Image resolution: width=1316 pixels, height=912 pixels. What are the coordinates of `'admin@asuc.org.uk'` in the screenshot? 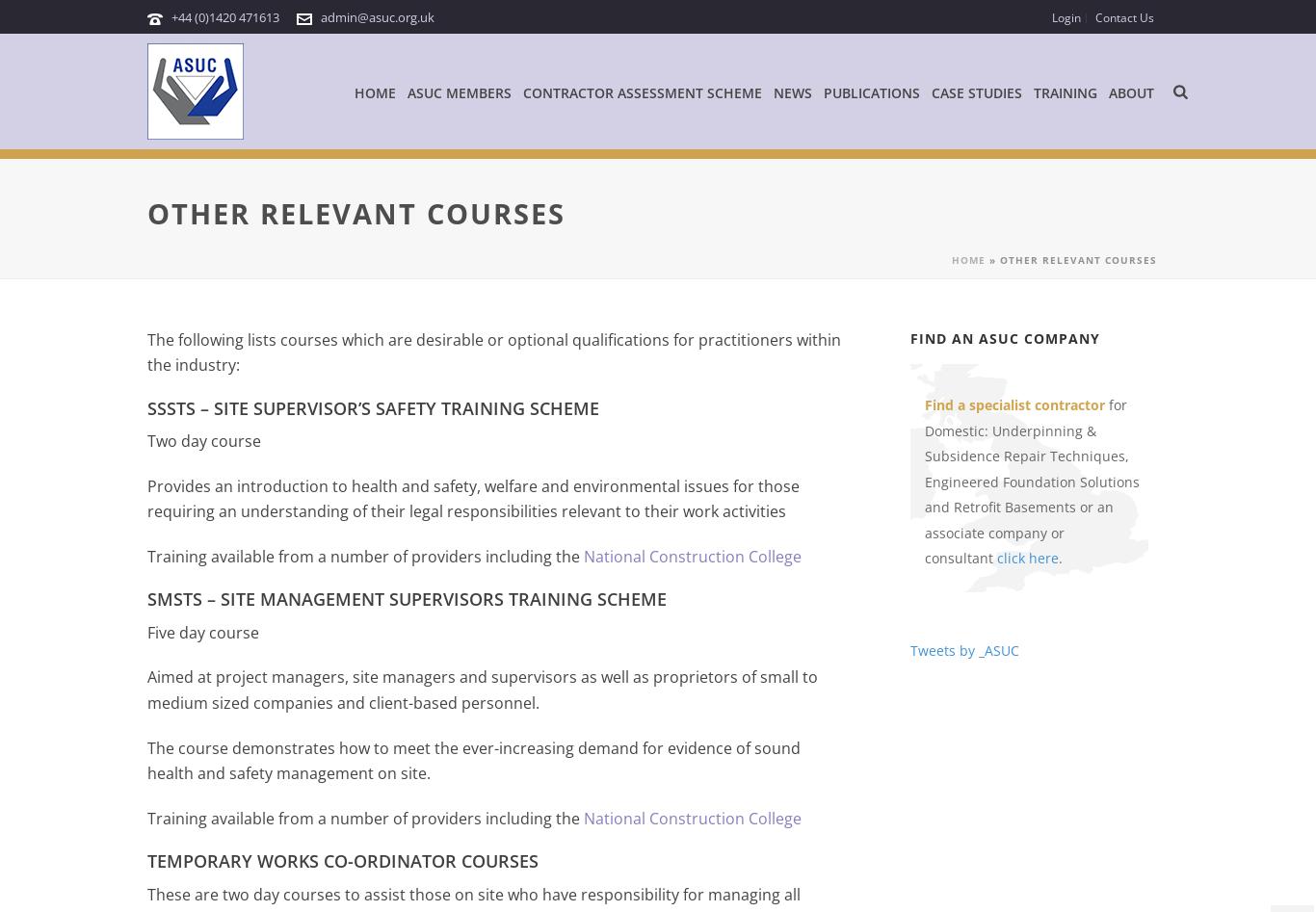 It's located at (377, 16).